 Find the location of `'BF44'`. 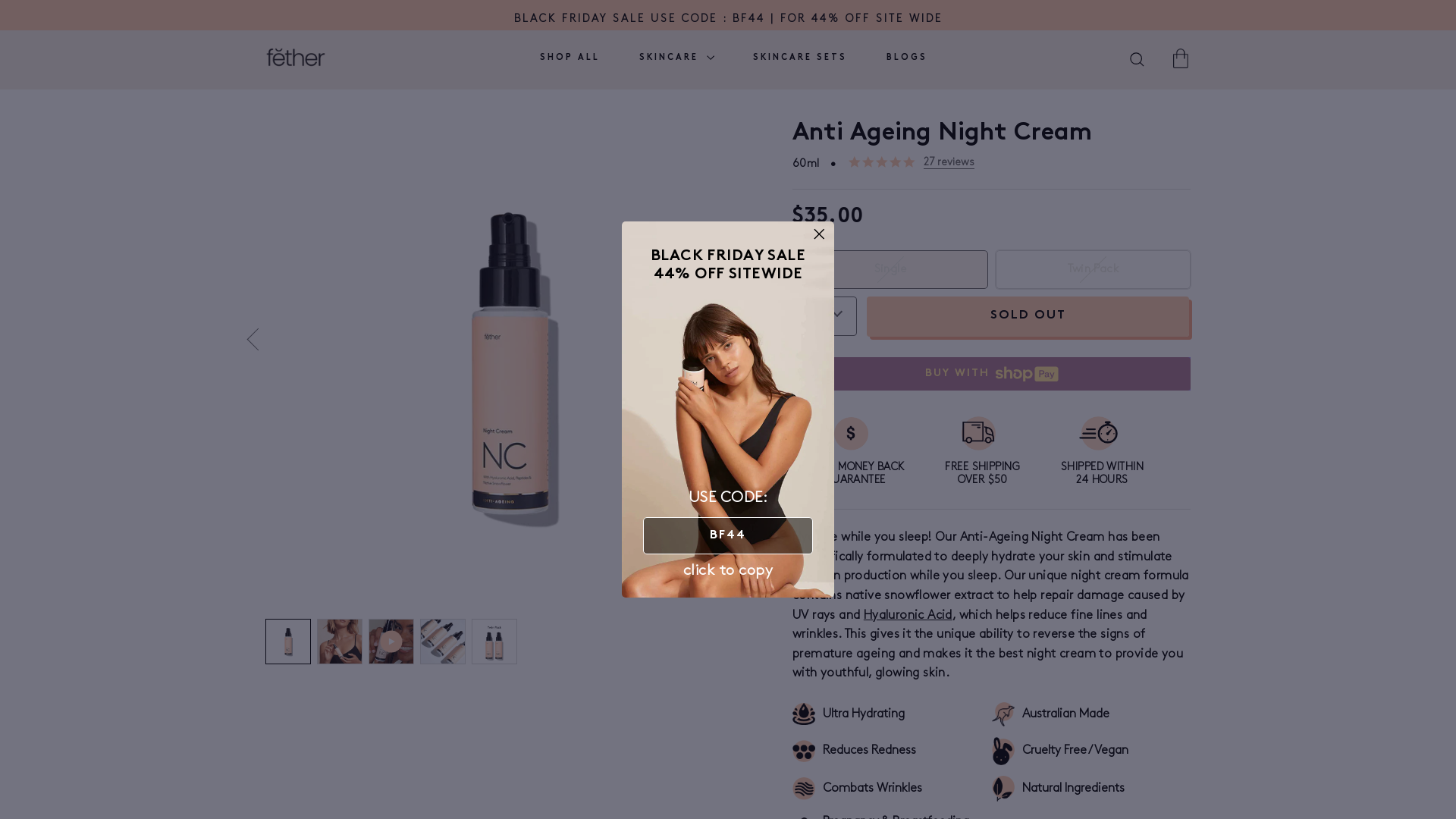

'BF44' is located at coordinates (728, 535).